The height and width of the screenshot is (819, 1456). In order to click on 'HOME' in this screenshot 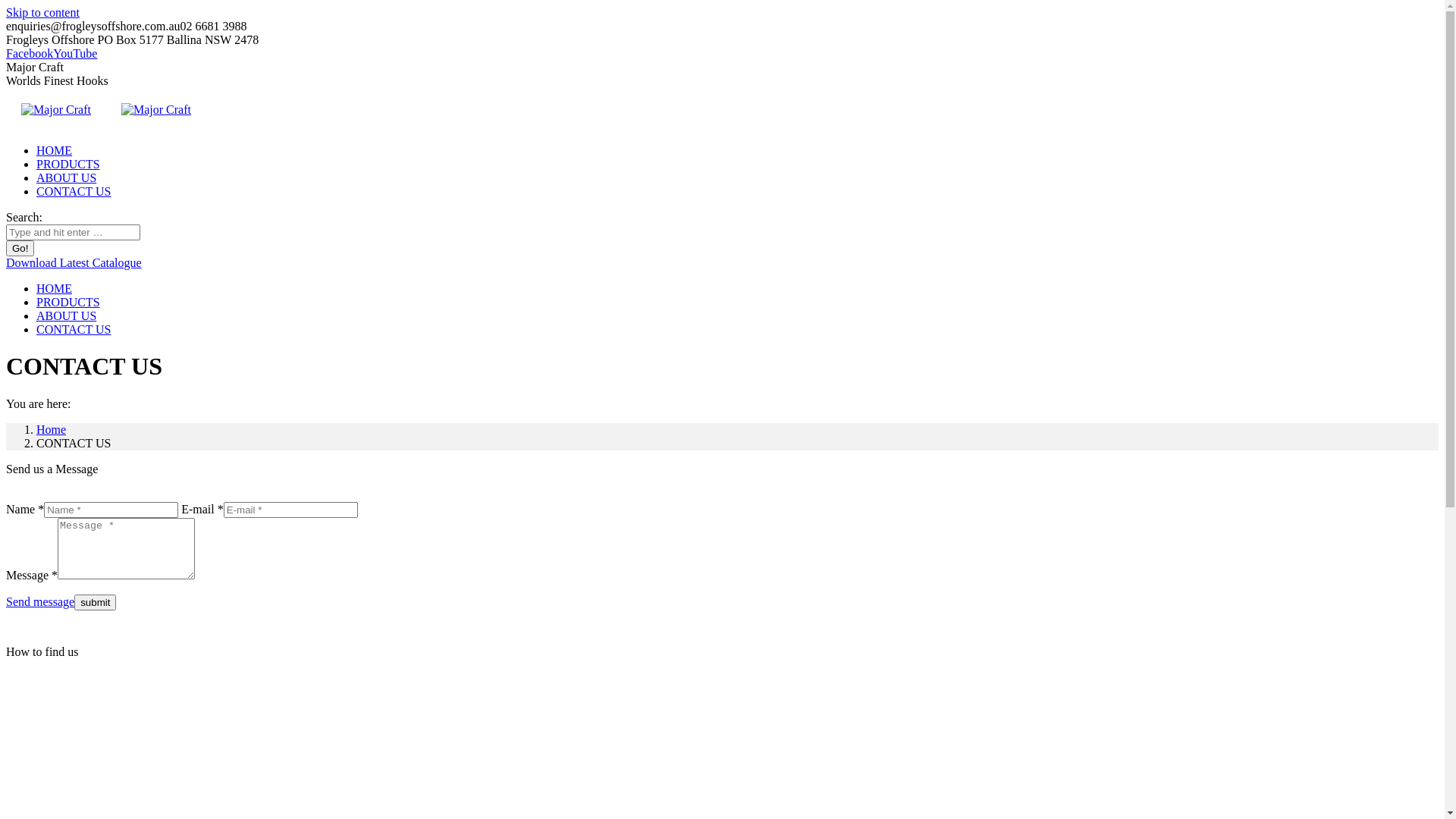, I will do `click(54, 288)`.